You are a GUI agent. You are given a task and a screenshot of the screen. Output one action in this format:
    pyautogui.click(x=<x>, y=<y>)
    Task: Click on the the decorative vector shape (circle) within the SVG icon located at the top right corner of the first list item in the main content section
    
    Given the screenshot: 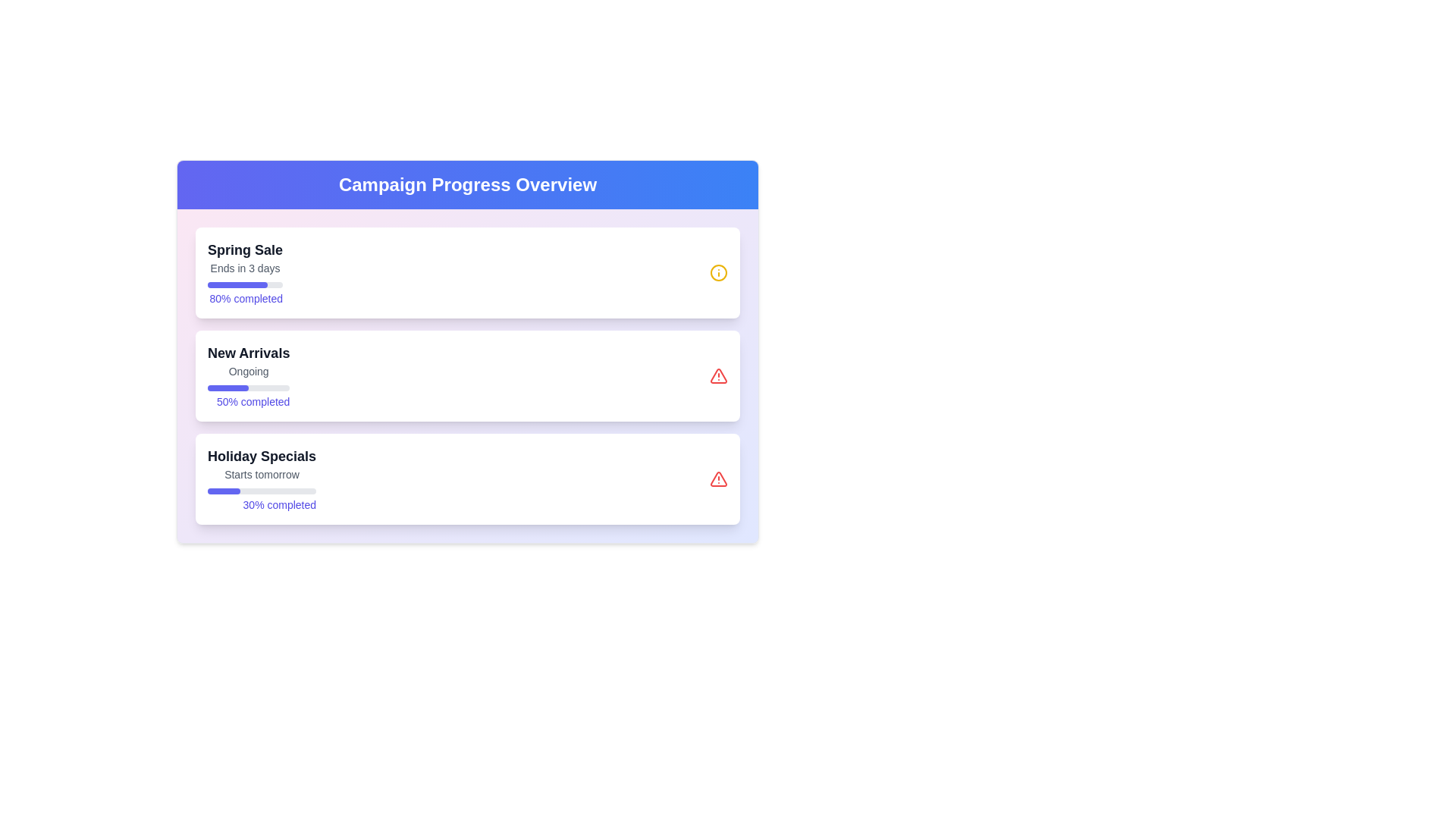 What is the action you would take?
    pyautogui.click(x=718, y=271)
    